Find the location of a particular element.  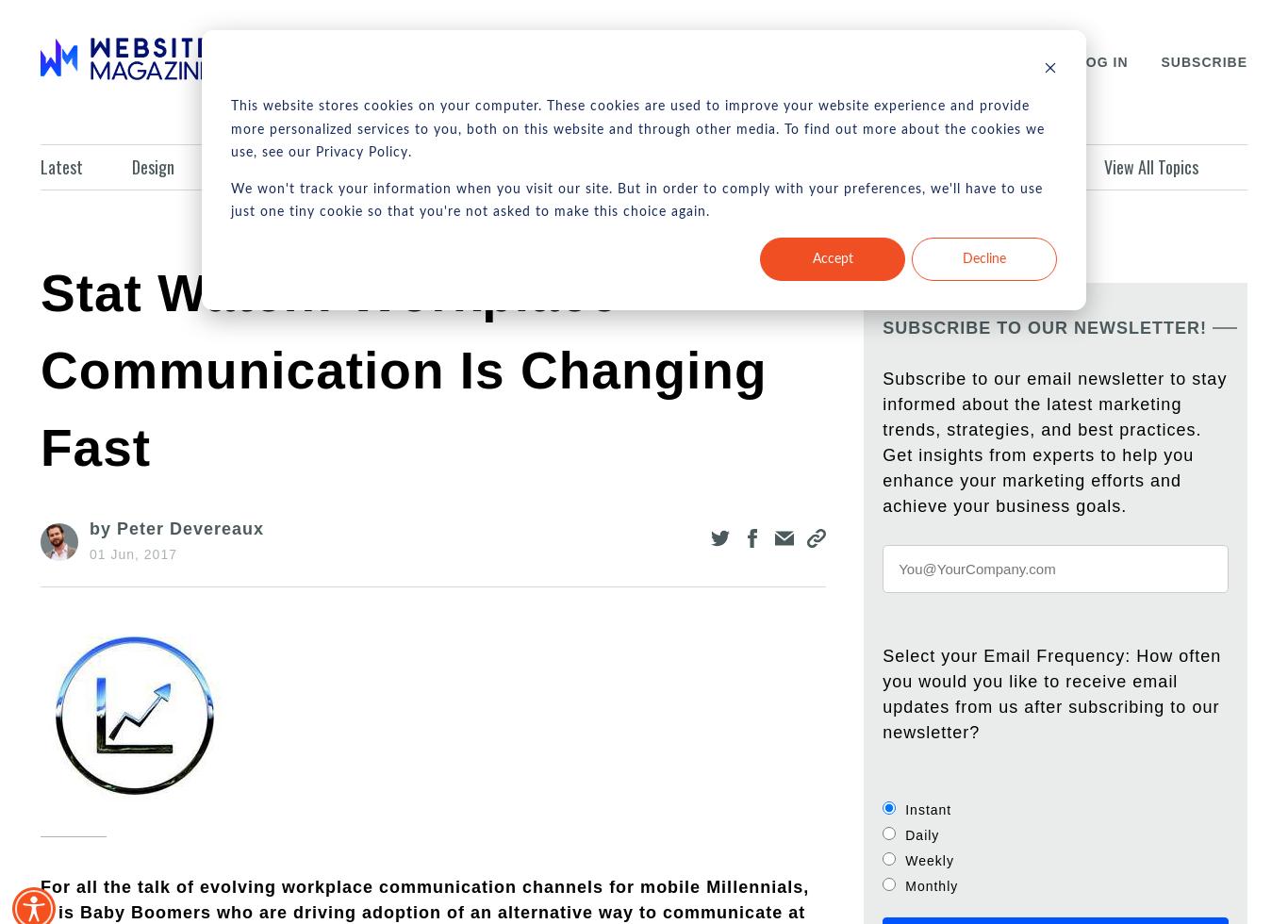

'Subscribe to our email newsletter to stay informed about the latest marketing trends, strategies, and best practices. Get insights from experts to help you enhance your marketing efforts and achieve your business goals.' is located at coordinates (1053, 441).